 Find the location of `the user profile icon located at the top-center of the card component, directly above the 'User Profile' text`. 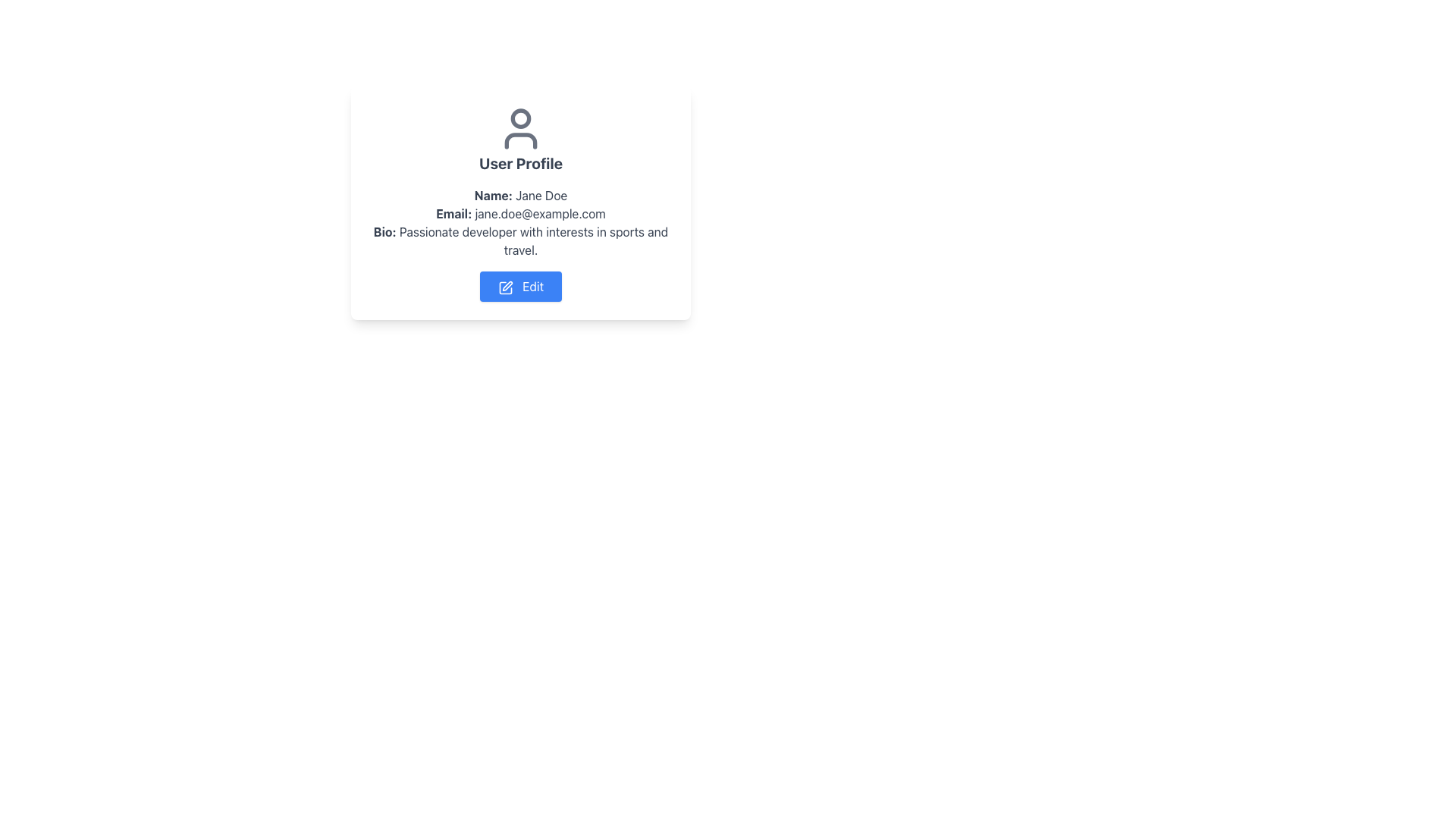

the user profile icon located at the top-center of the card component, directly above the 'User Profile' text is located at coordinates (520, 127).